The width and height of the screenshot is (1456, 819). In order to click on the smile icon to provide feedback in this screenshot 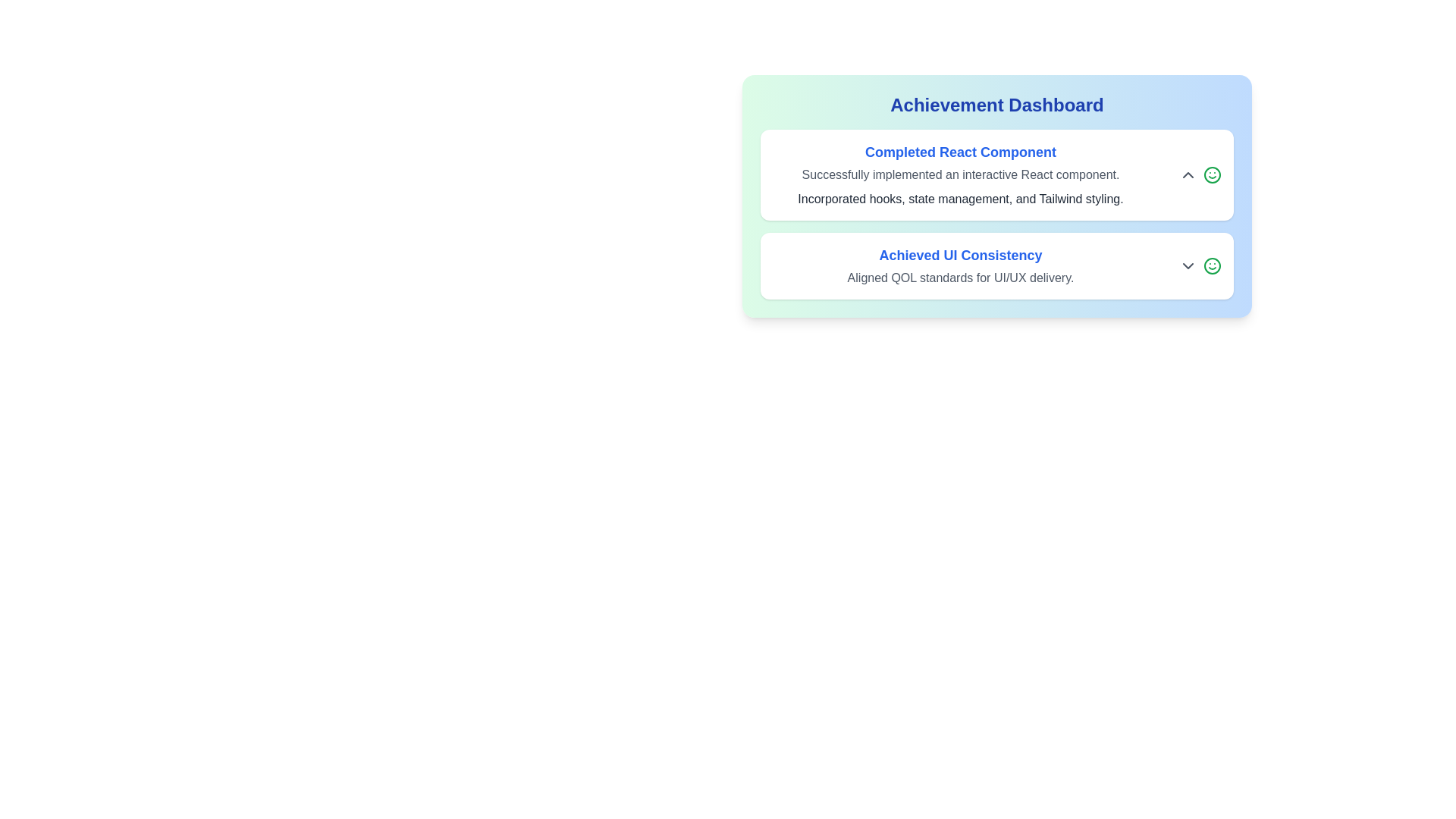, I will do `click(1211, 174)`.